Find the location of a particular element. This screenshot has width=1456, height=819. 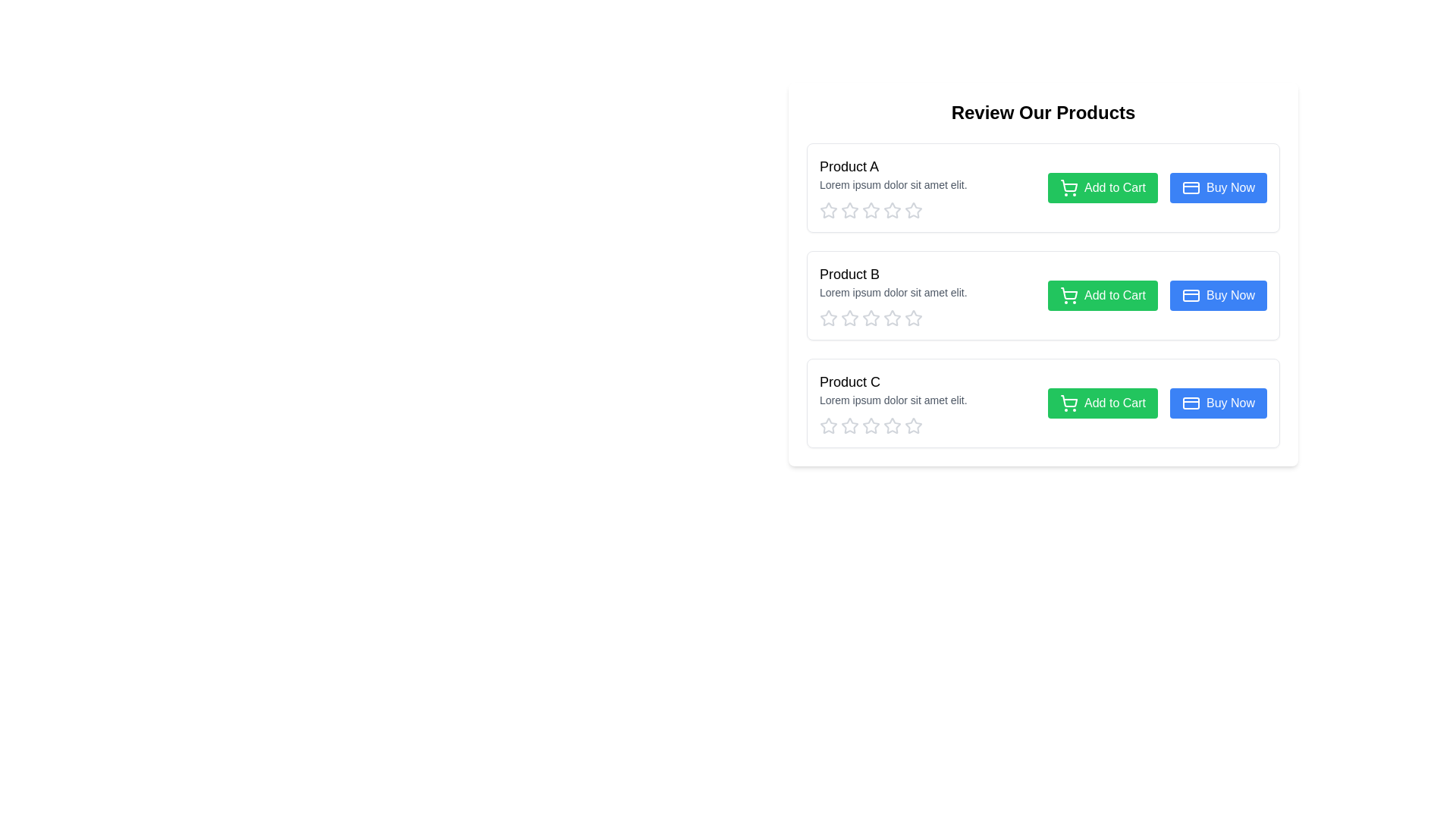

the star rating bar in the second product card, which is part of a styled information block displaying the product's title and description, to scale the stars for user interaction is located at coordinates (927, 295).